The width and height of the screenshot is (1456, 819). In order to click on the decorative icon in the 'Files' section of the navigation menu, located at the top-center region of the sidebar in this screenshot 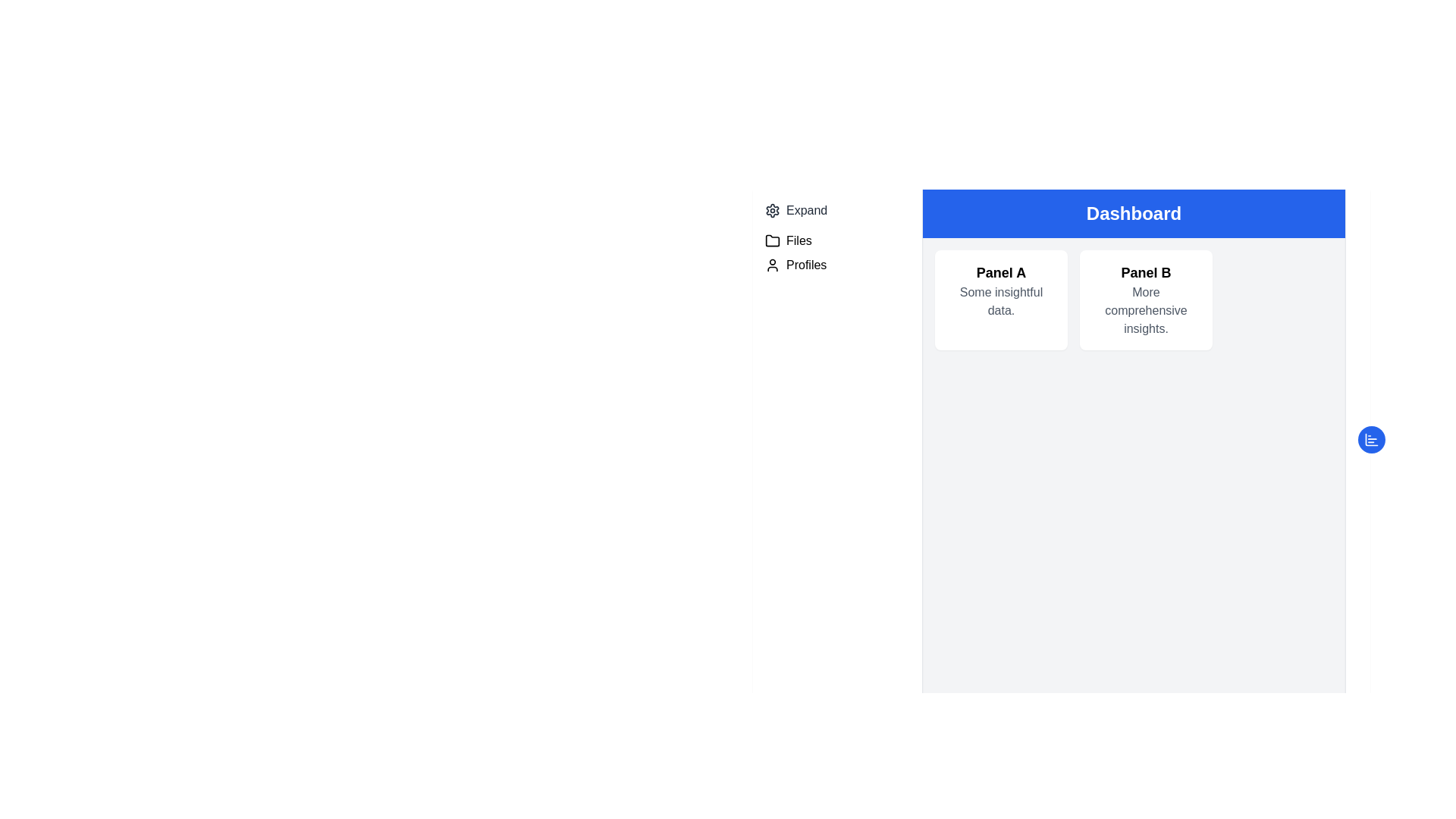, I will do `click(772, 240)`.